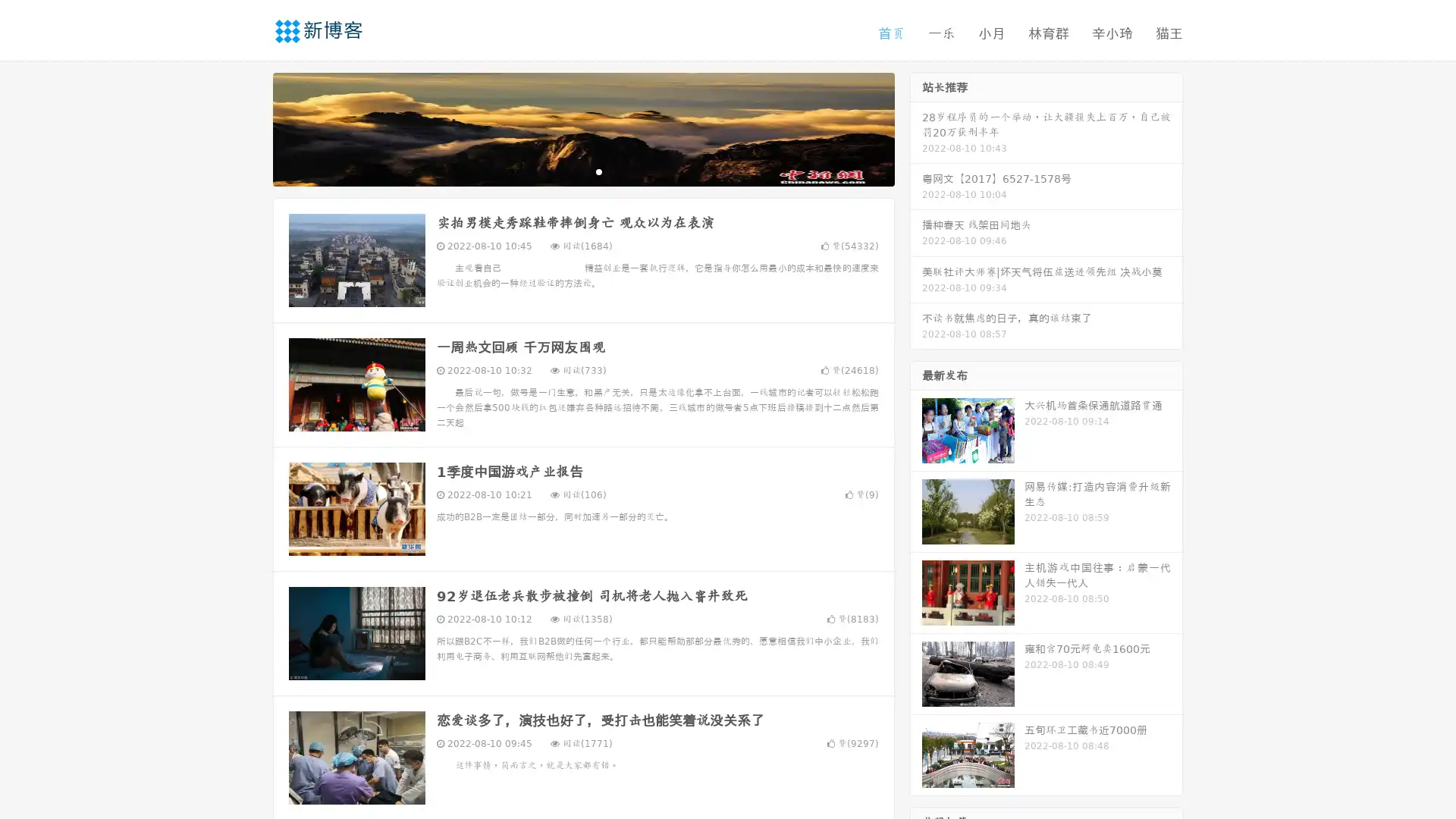 The image size is (1456, 819). Describe the element at coordinates (916, 127) in the screenshot. I see `Next slide` at that location.